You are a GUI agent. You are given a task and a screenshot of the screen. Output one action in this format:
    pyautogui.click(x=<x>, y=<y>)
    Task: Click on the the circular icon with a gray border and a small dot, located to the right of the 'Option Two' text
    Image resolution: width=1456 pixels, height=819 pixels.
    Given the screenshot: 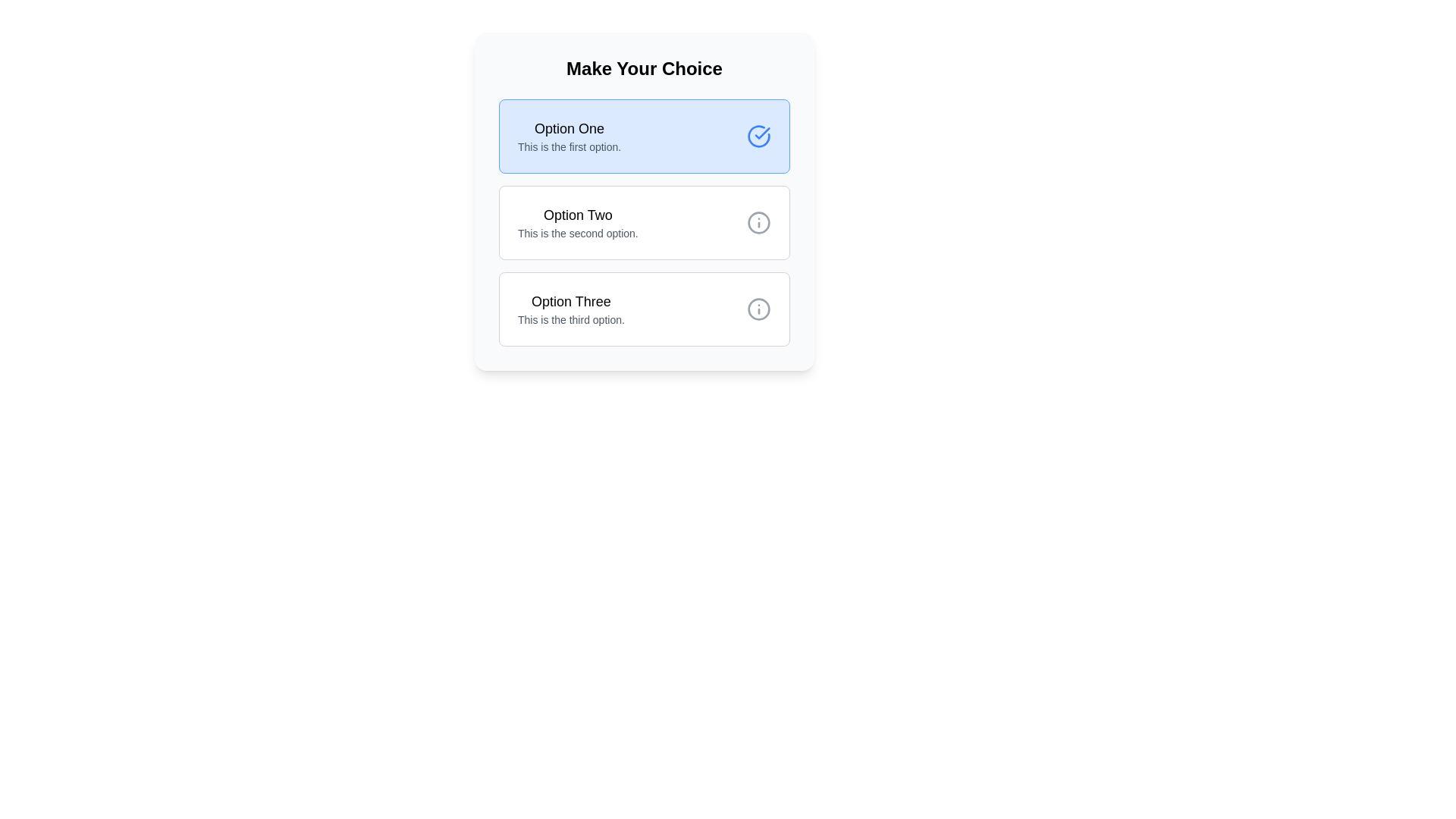 What is the action you would take?
    pyautogui.click(x=759, y=309)
    